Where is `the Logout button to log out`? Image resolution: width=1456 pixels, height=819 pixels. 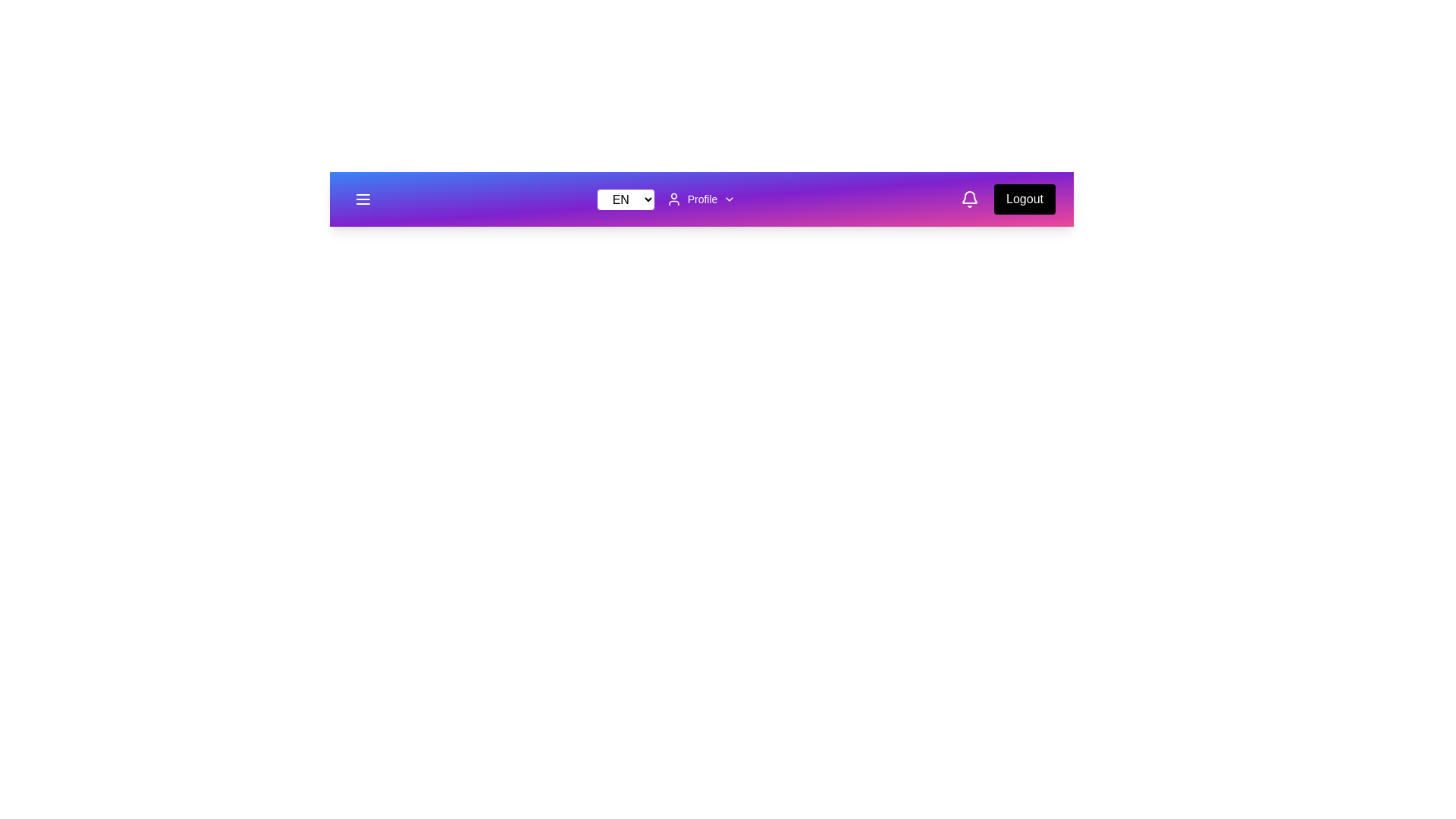 the Logout button to log out is located at coordinates (1025, 198).